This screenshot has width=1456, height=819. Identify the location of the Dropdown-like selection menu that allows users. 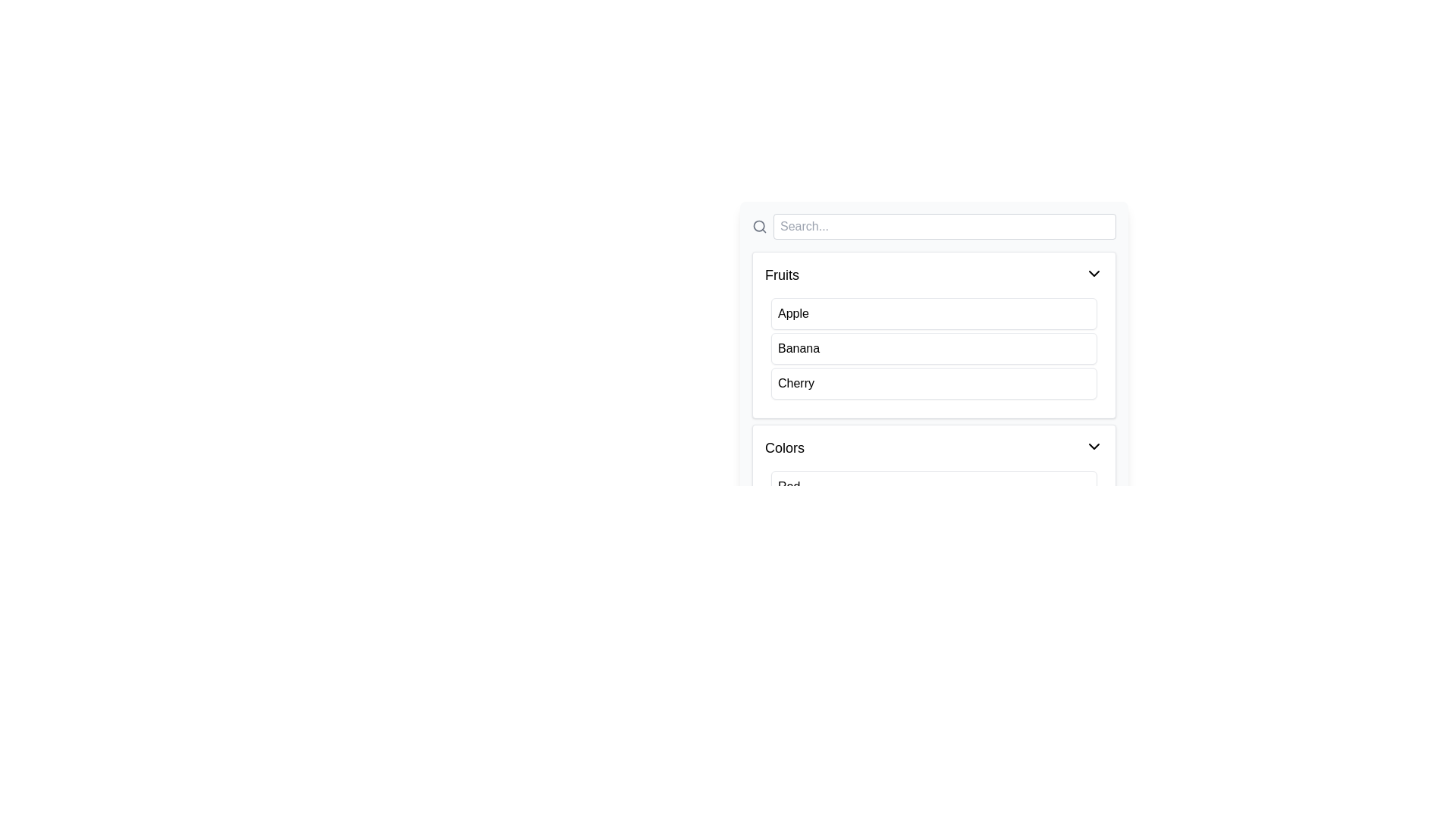
(934, 508).